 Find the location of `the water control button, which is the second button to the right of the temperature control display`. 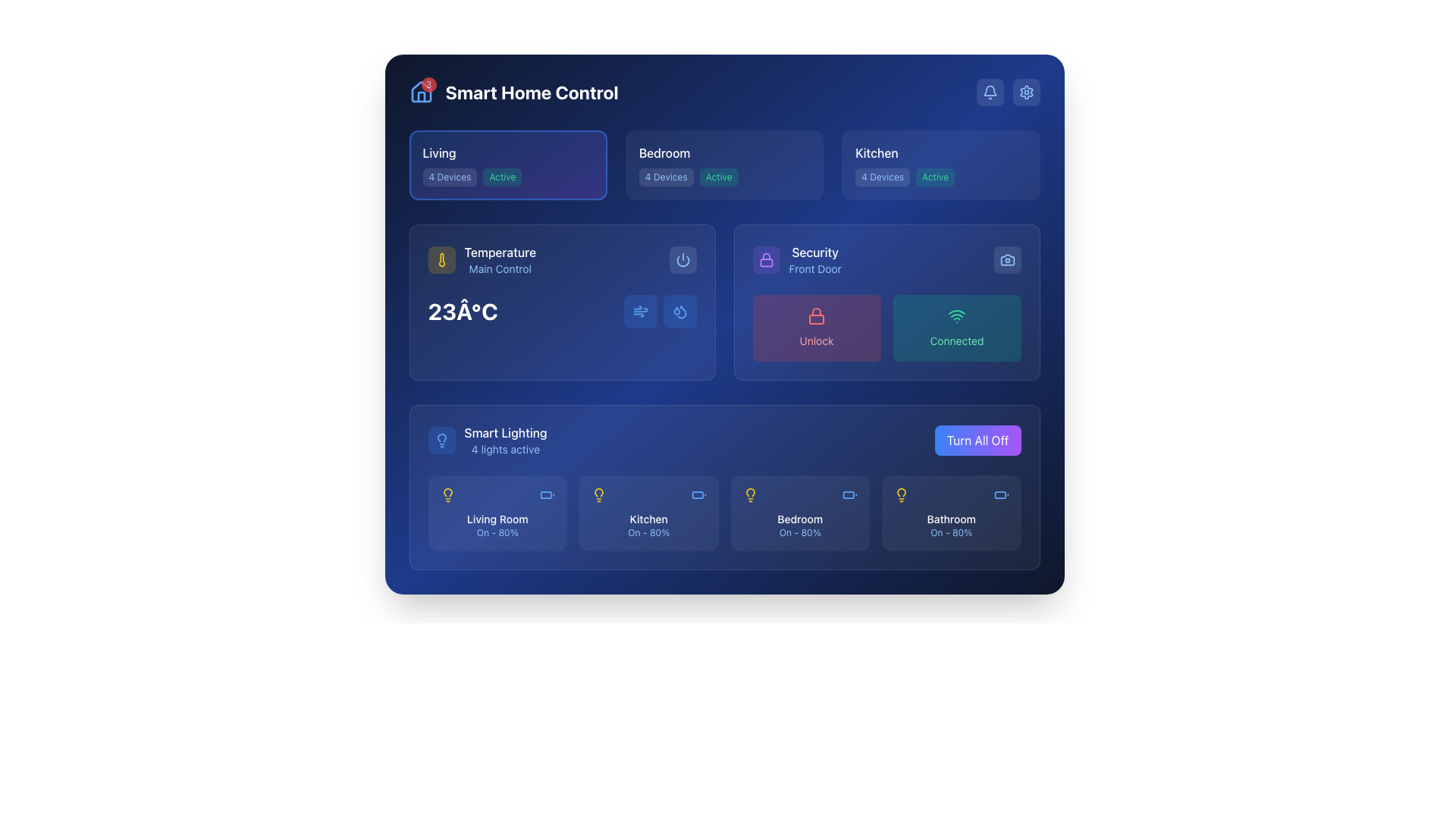

the water control button, which is the second button to the right of the temperature control display is located at coordinates (679, 311).